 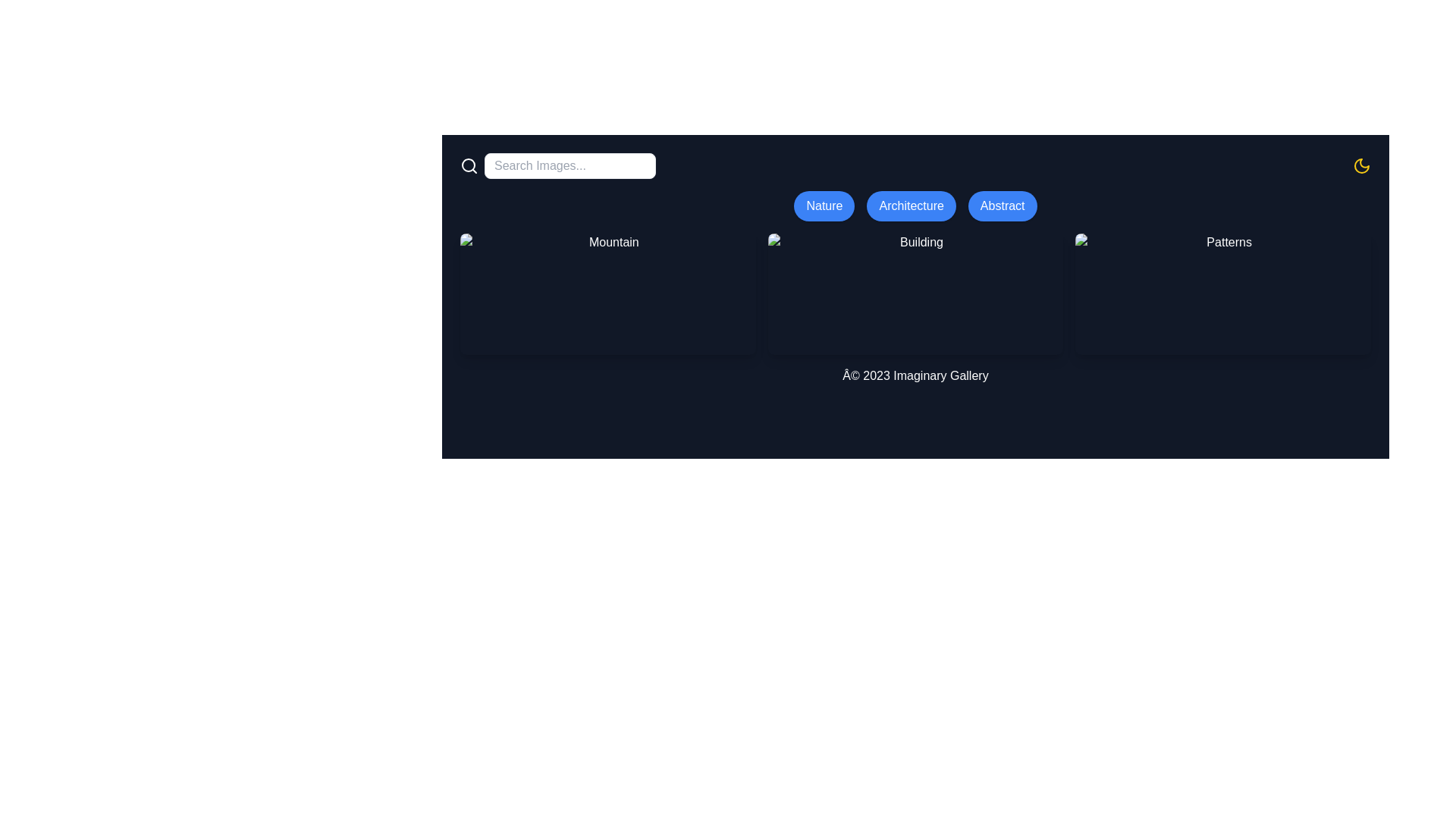 I want to click on the third button in the row, positioned to the right of the 'Nature' and 'Architecture' buttons, so click(x=1003, y=206).